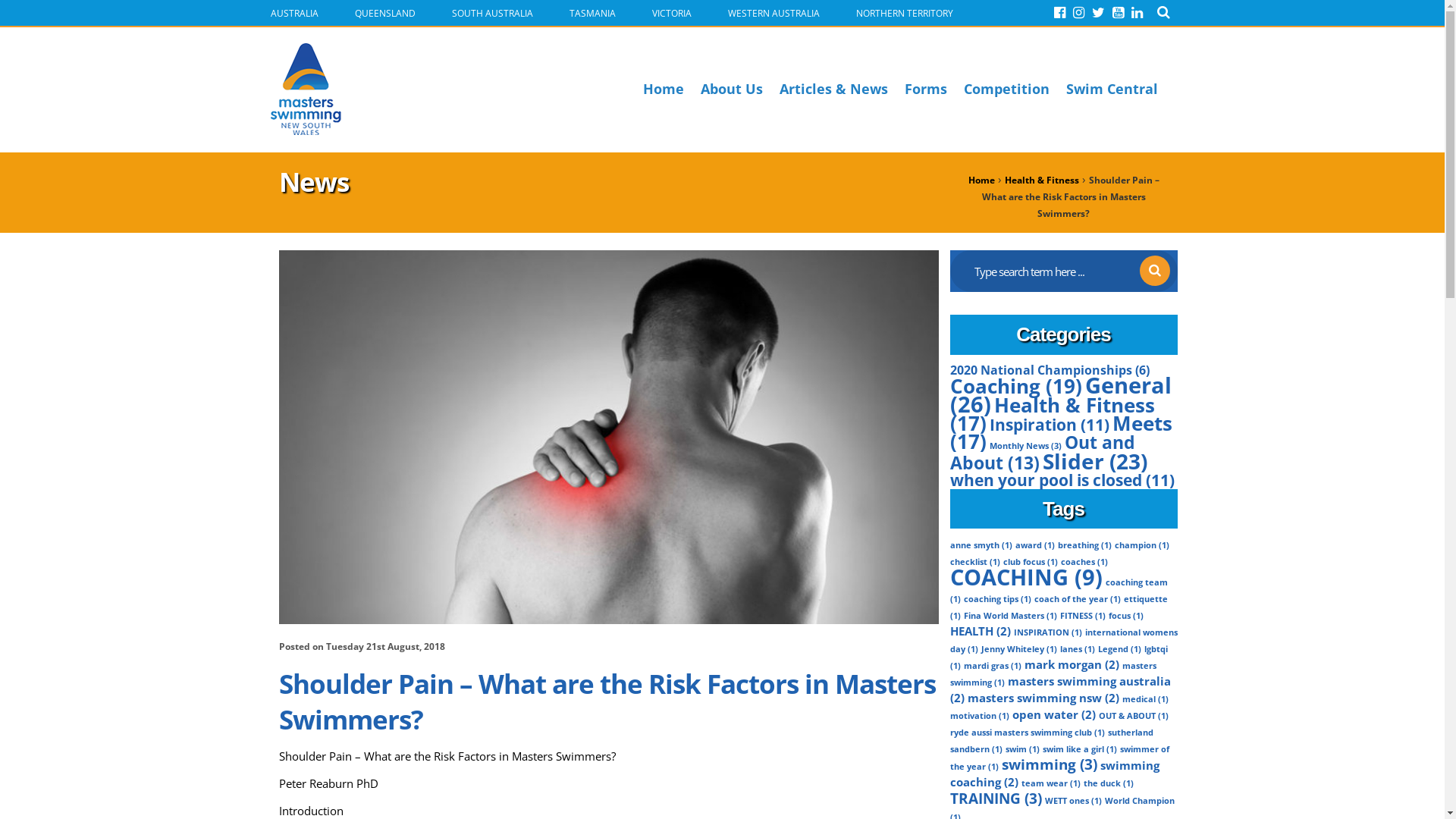 Image resolution: width=1456 pixels, height=819 pixels. Describe the element at coordinates (1040, 451) in the screenshot. I see `'Out and About (13)'` at that location.